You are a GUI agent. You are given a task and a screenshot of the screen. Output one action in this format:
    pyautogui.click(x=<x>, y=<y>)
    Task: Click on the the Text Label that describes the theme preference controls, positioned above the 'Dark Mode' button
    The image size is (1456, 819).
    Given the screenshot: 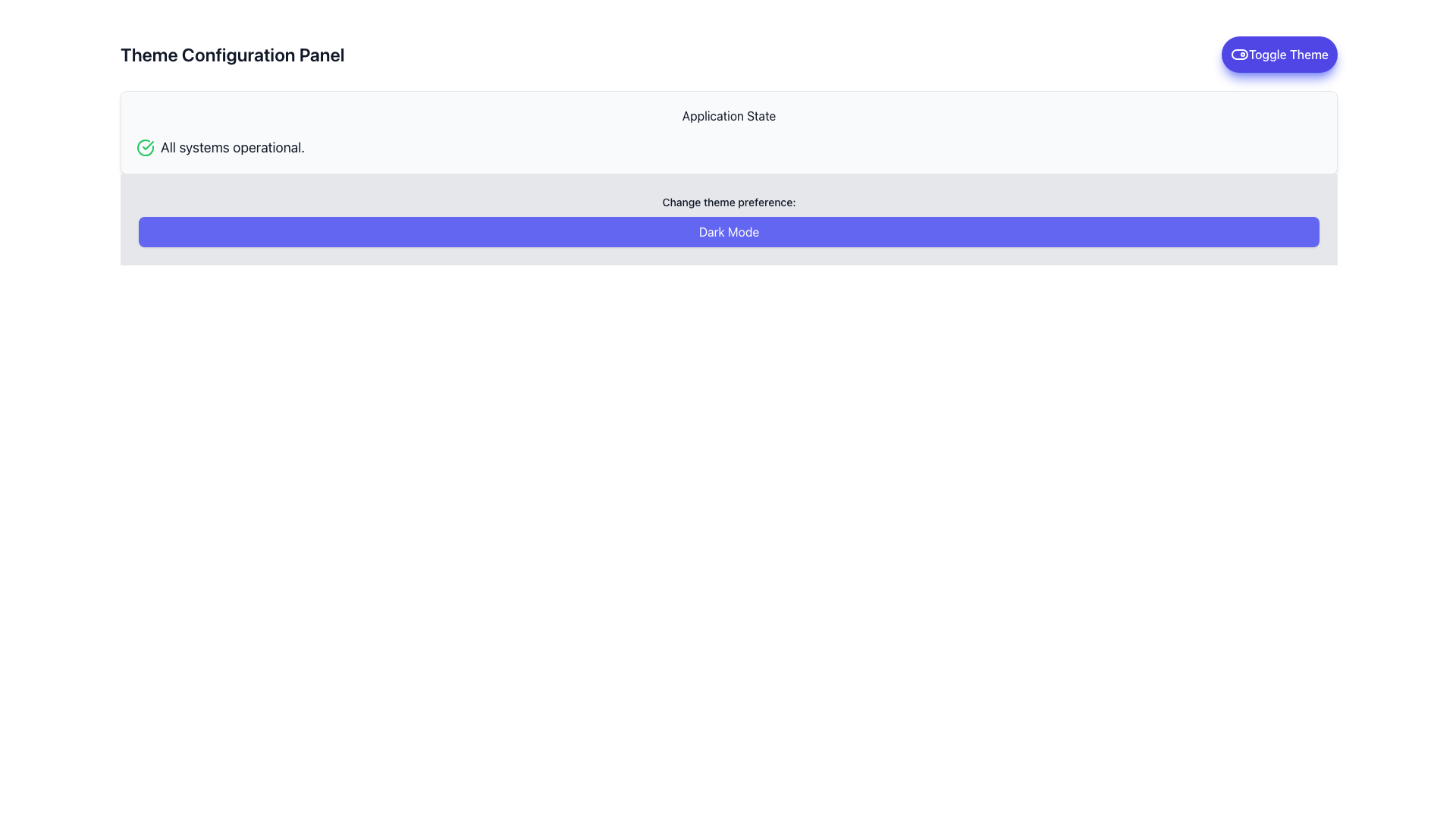 What is the action you would take?
    pyautogui.click(x=729, y=201)
    